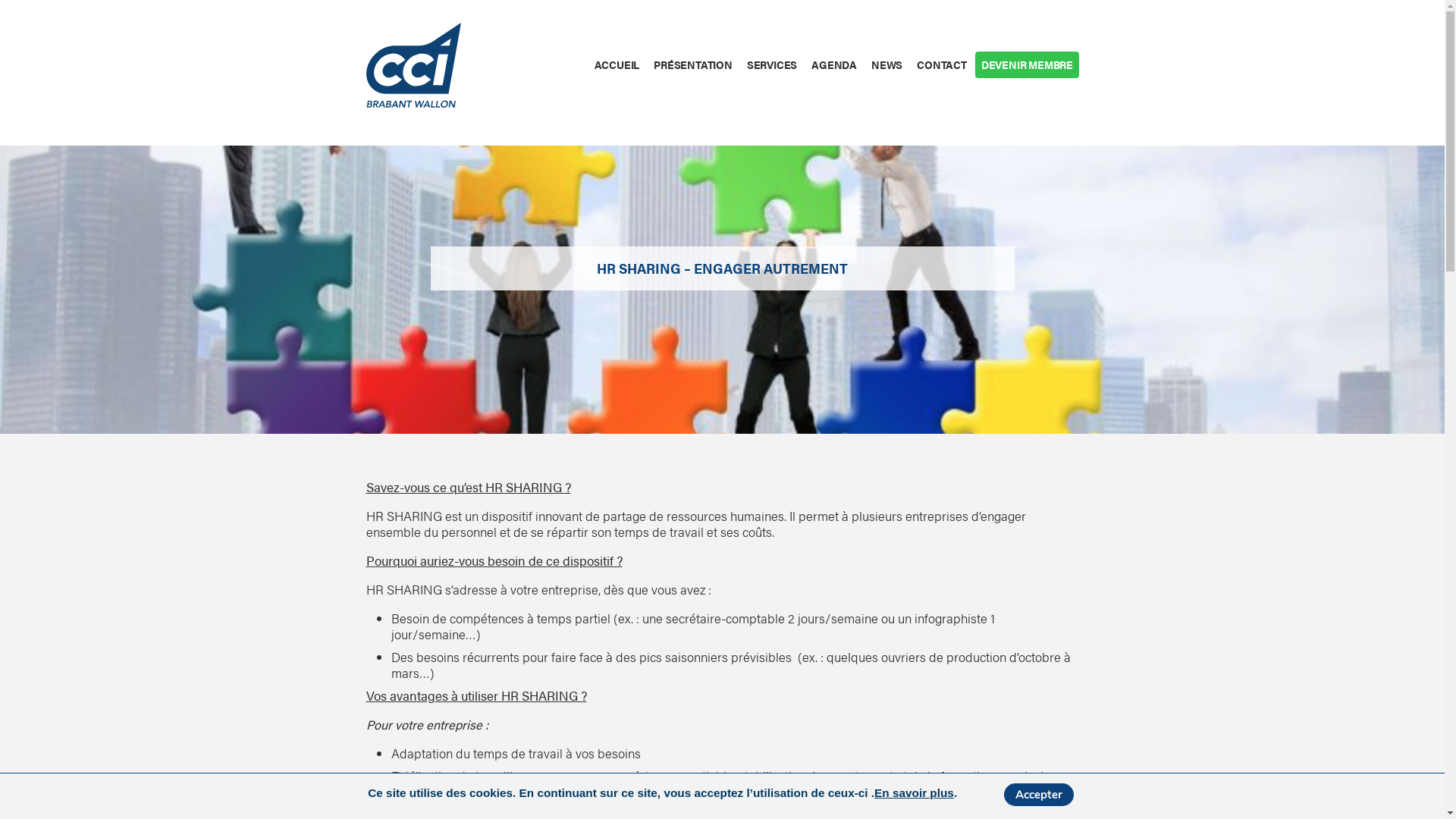  What do you see at coordinates (1037, 794) in the screenshot?
I see `'Accepter'` at bounding box center [1037, 794].